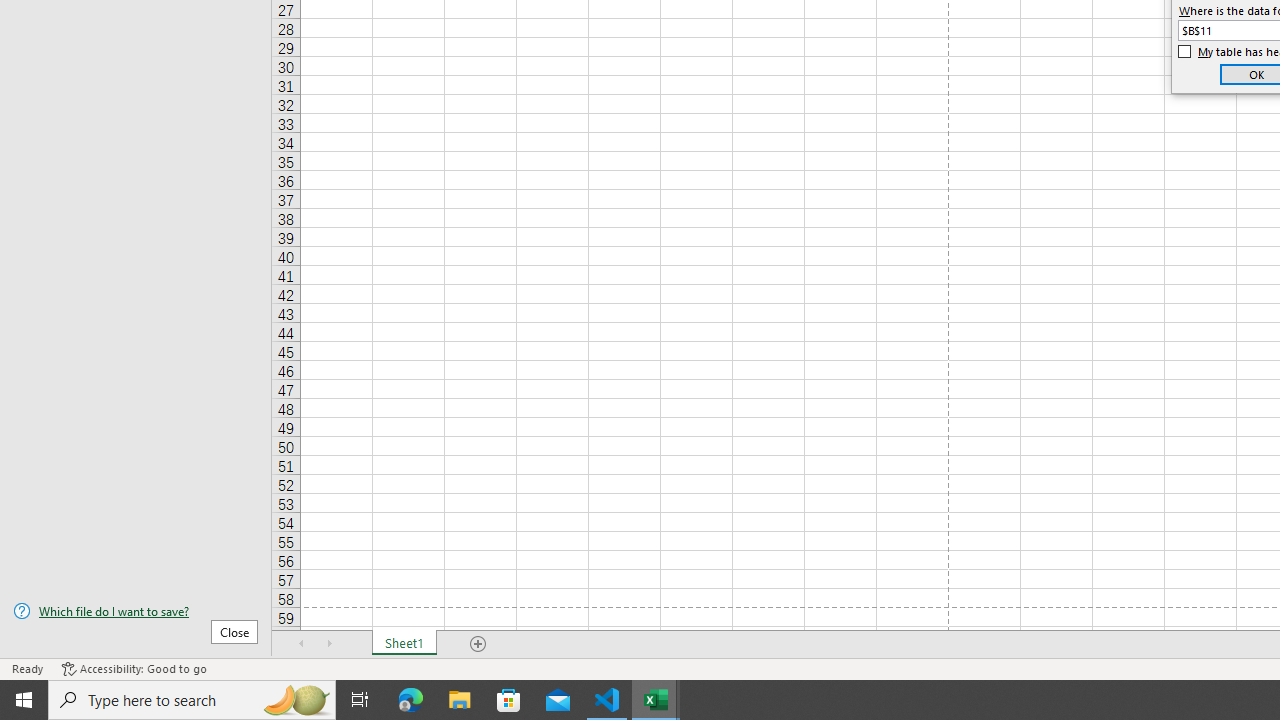 This screenshot has height=720, width=1280. What do you see at coordinates (234, 631) in the screenshot?
I see `'Close'` at bounding box center [234, 631].